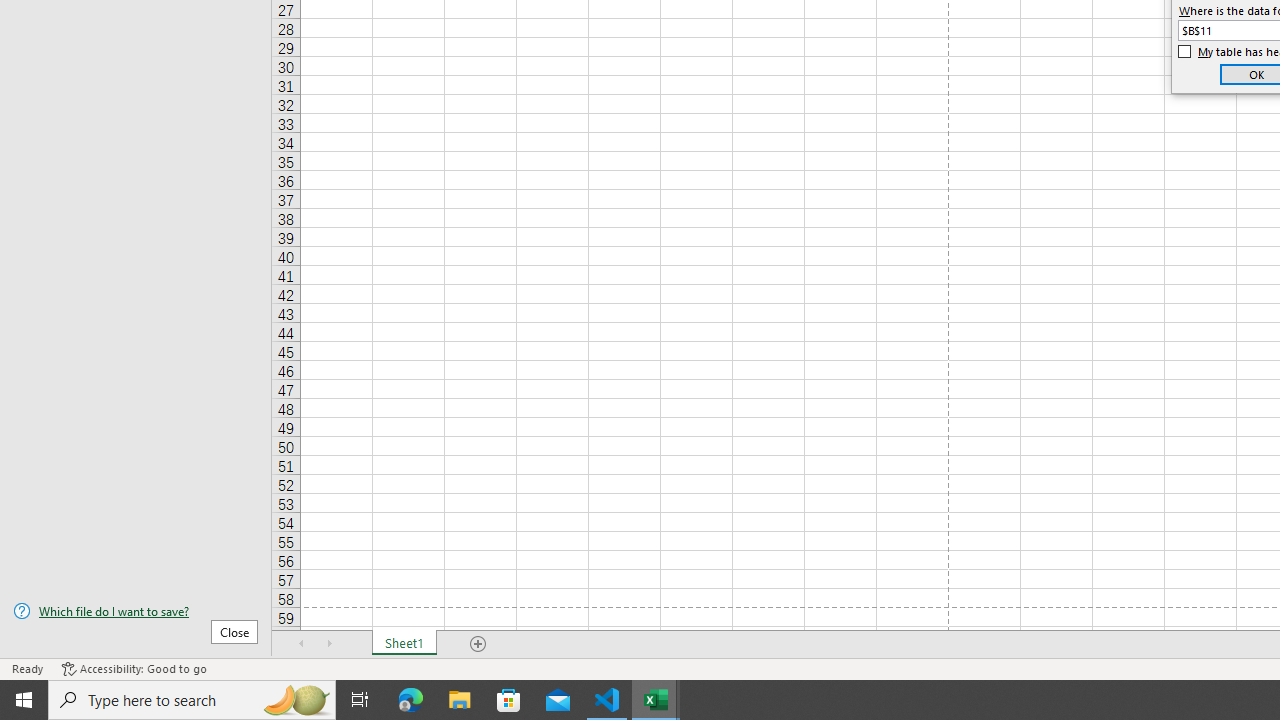 This screenshot has height=720, width=1280. What do you see at coordinates (234, 631) in the screenshot?
I see `'Close'` at bounding box center [234, 631].